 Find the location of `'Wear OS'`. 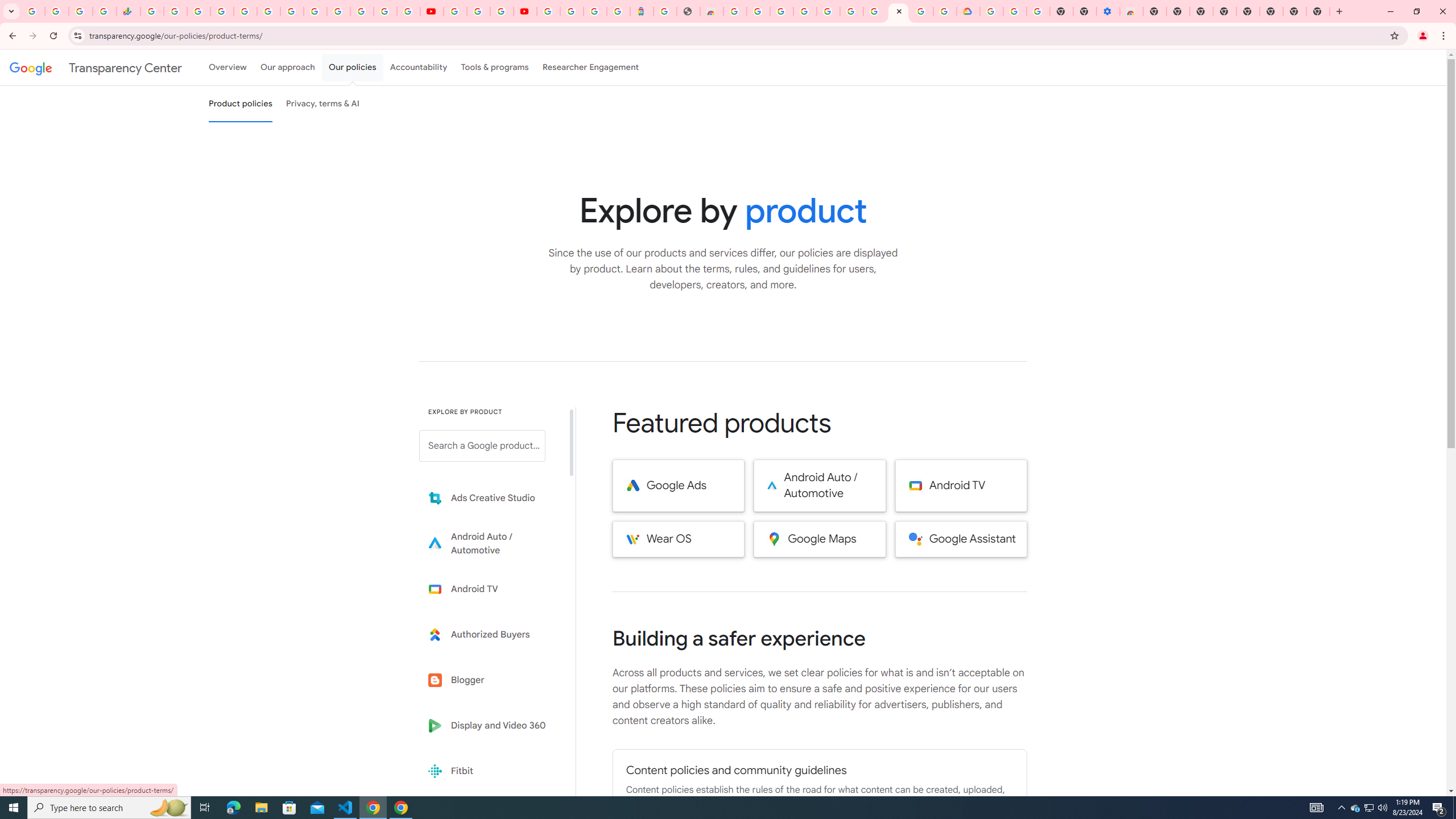

'Wear OS' is located at coordinates (677, 539).